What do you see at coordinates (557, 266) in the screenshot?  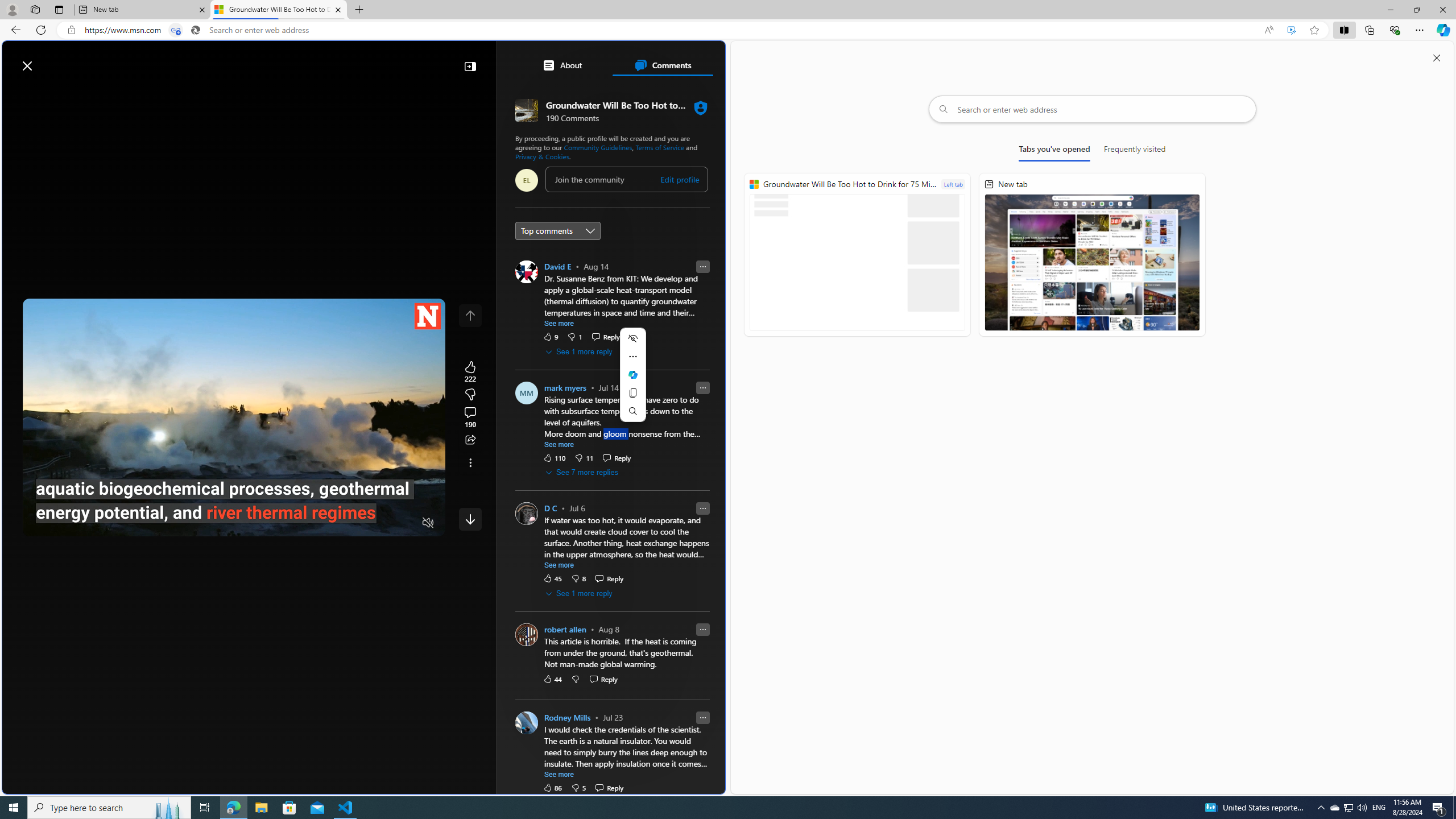 I see `'David E'` at bounding box center [557, 266].